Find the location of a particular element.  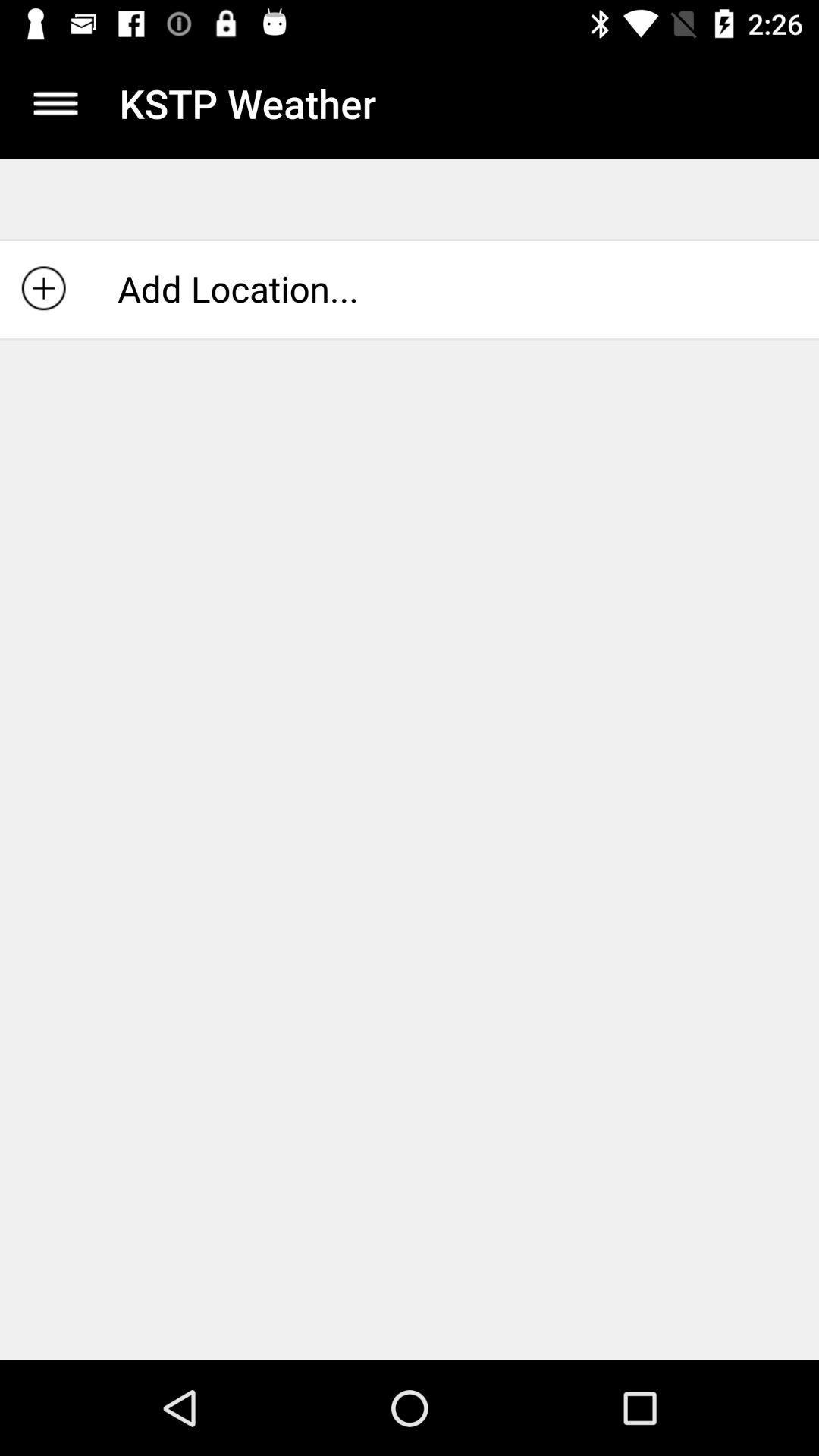

the menu icon is located at coordinates (55, 102).